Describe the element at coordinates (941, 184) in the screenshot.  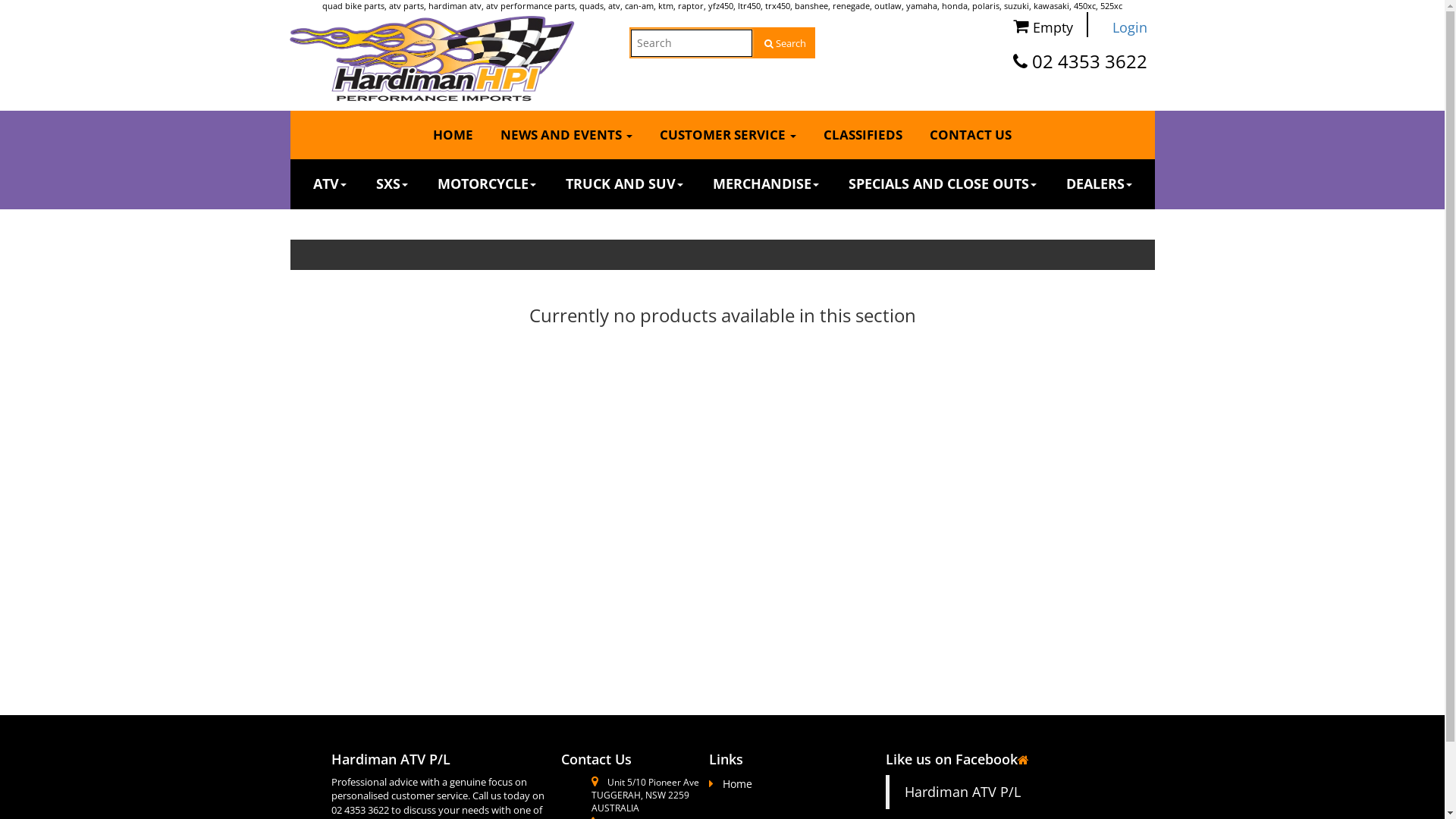
I see `'SPECIALS AND CLOSE OUTS'` at that location.